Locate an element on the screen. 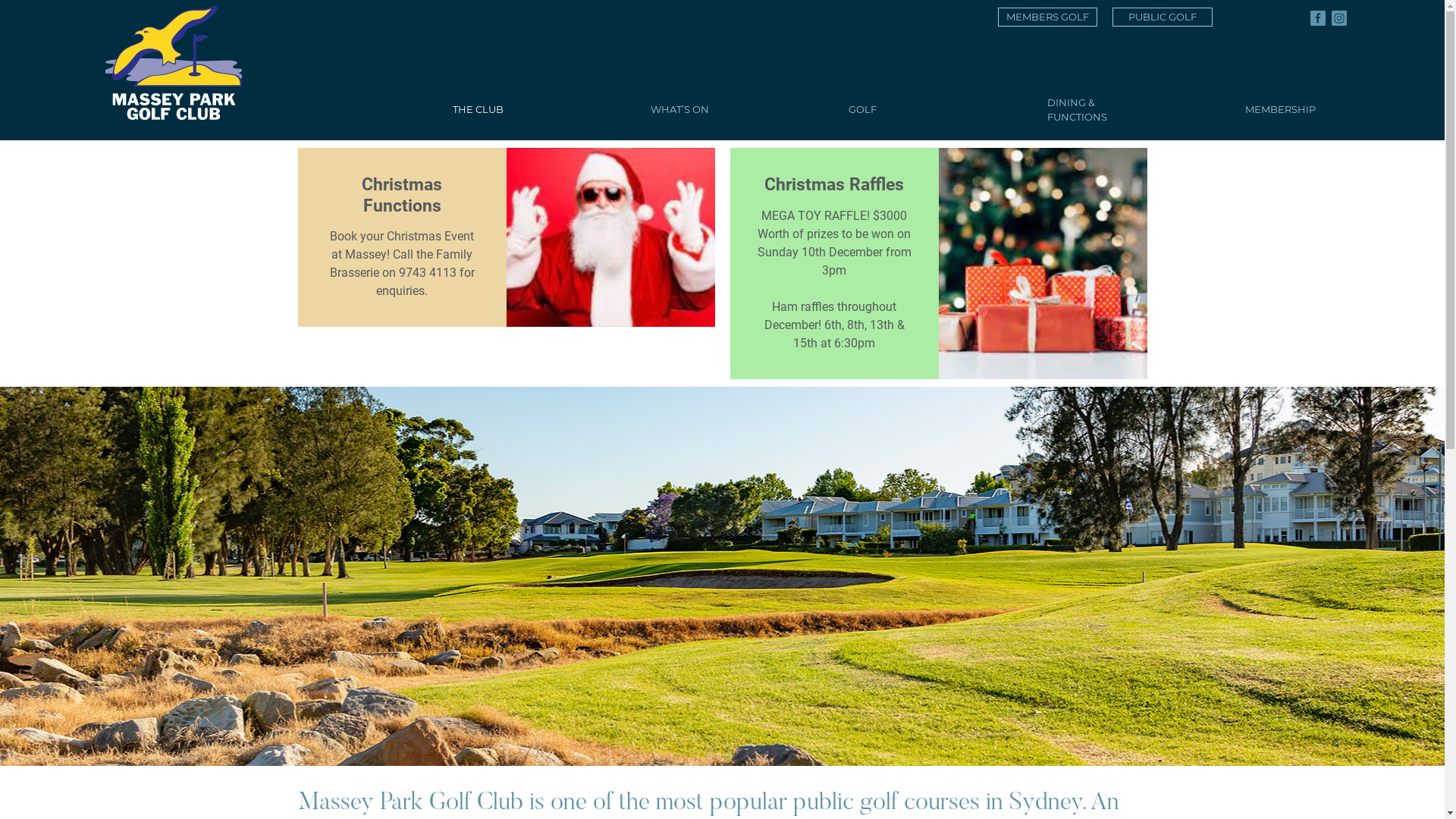 The height and width of the screenshot is (819, 1456). 'PUBLIC GOLF' is located at coordinates (1161, 17).